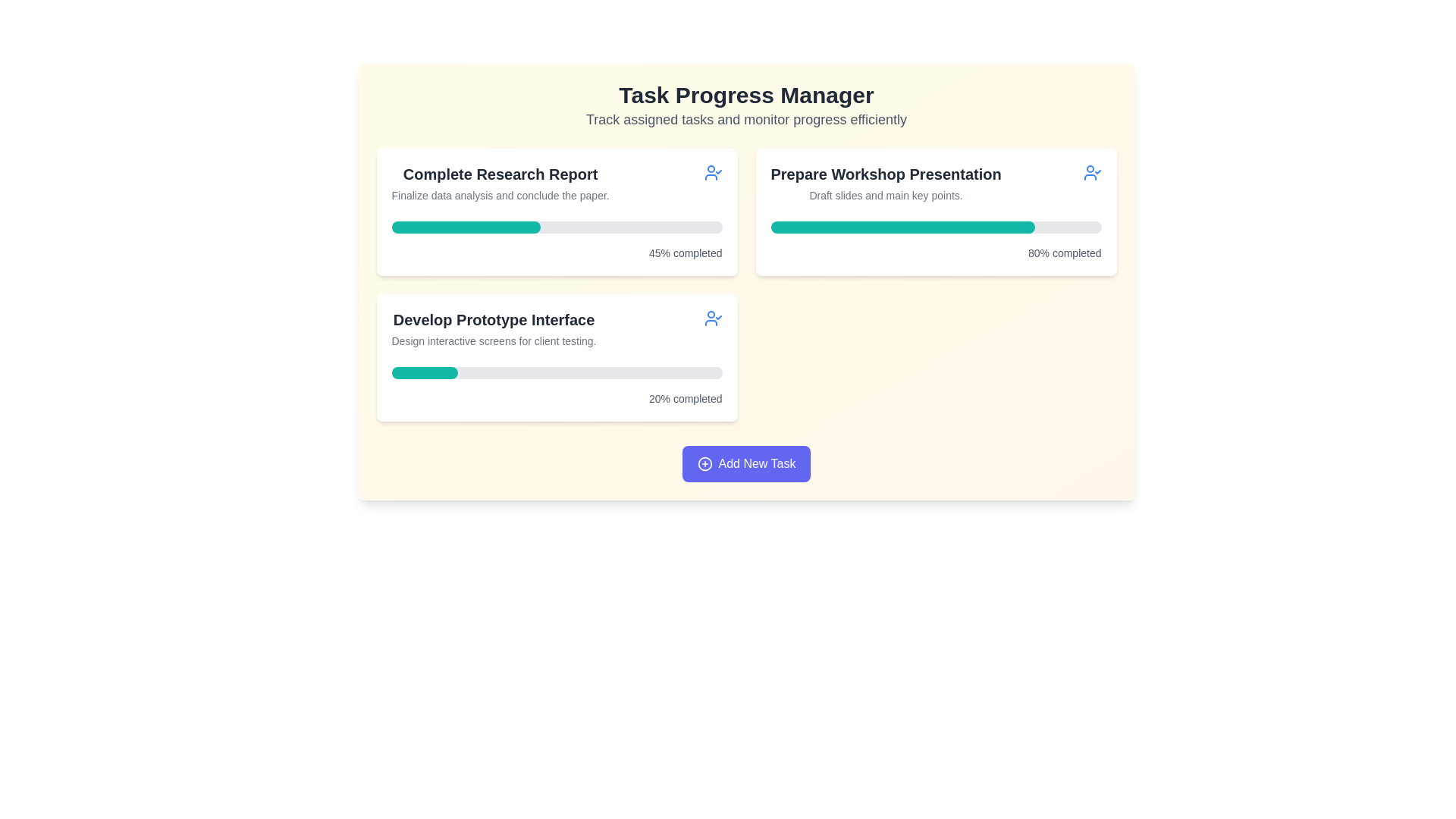 This screenshot has width=1456, height=819. I want to click on task description from the text content block that displays 'Develop Prototype Interface' and 'Design interactive screens for client testing.', so click(494, 328).